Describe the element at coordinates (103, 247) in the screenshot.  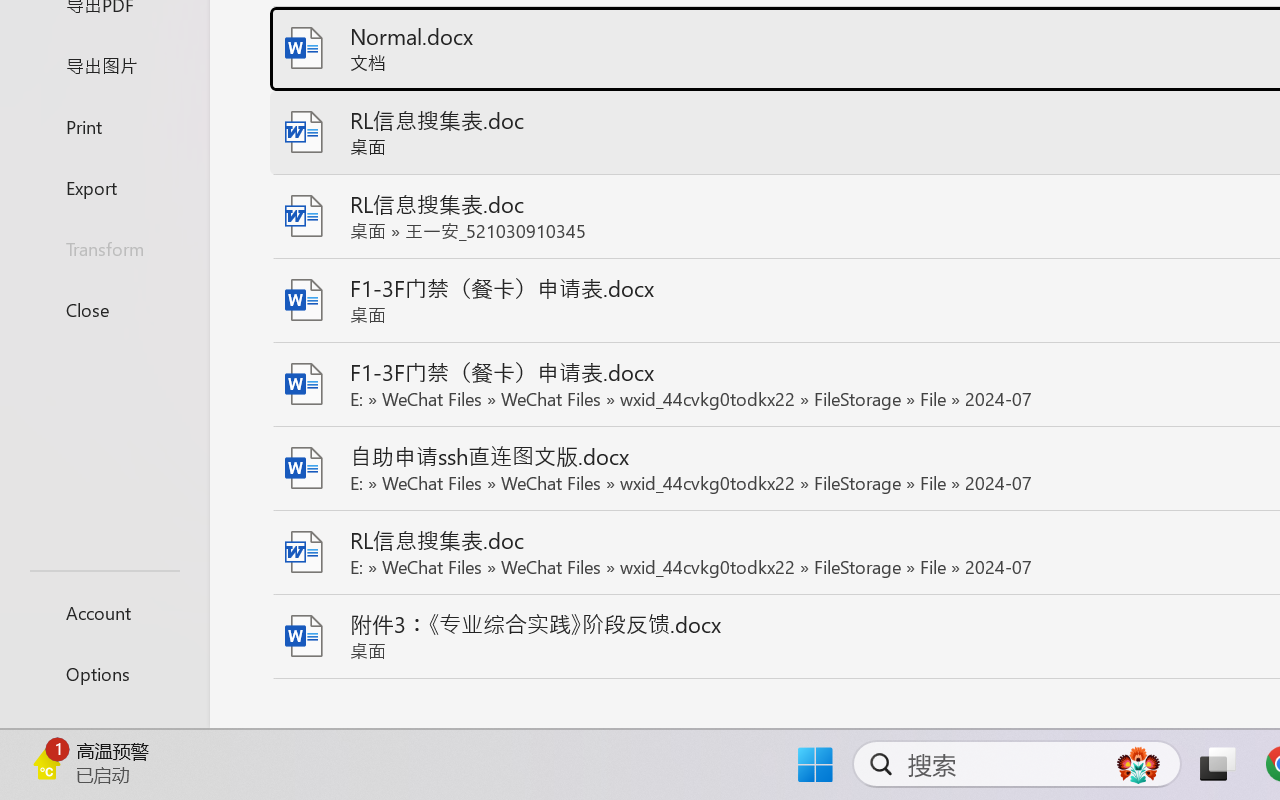
I see `'Transform'` at that location.